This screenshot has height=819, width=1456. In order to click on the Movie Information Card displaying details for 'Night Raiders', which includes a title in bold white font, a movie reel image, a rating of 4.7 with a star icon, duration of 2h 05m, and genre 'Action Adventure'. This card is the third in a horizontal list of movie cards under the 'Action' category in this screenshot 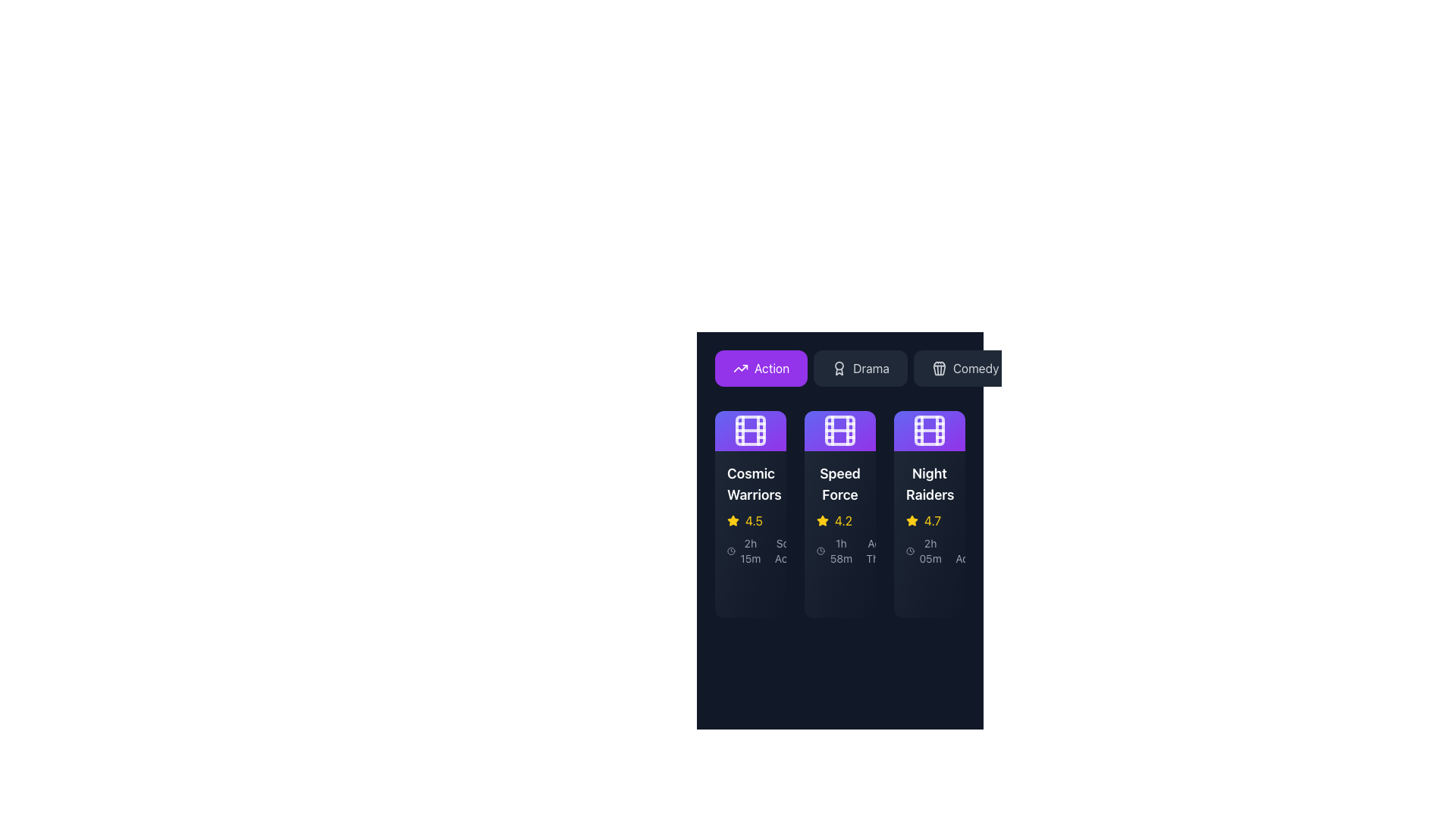, I will do `click(928, 513)`.